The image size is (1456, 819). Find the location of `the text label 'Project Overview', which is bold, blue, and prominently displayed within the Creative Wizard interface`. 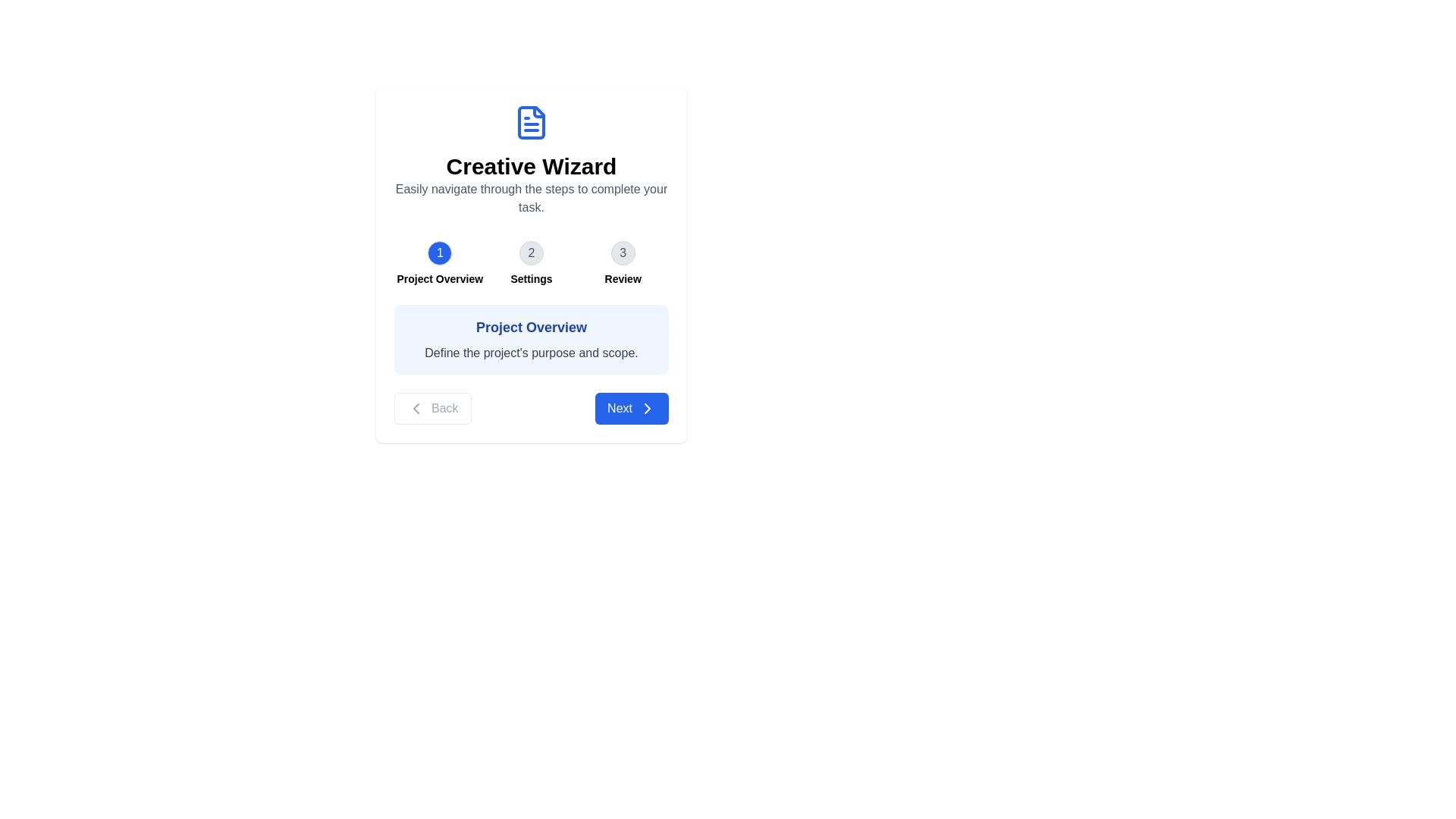

the text label 'Project Overview', which is bold, blue, and prominently displayed within the Creative Wizard interface is located at coordinates (531, 327).